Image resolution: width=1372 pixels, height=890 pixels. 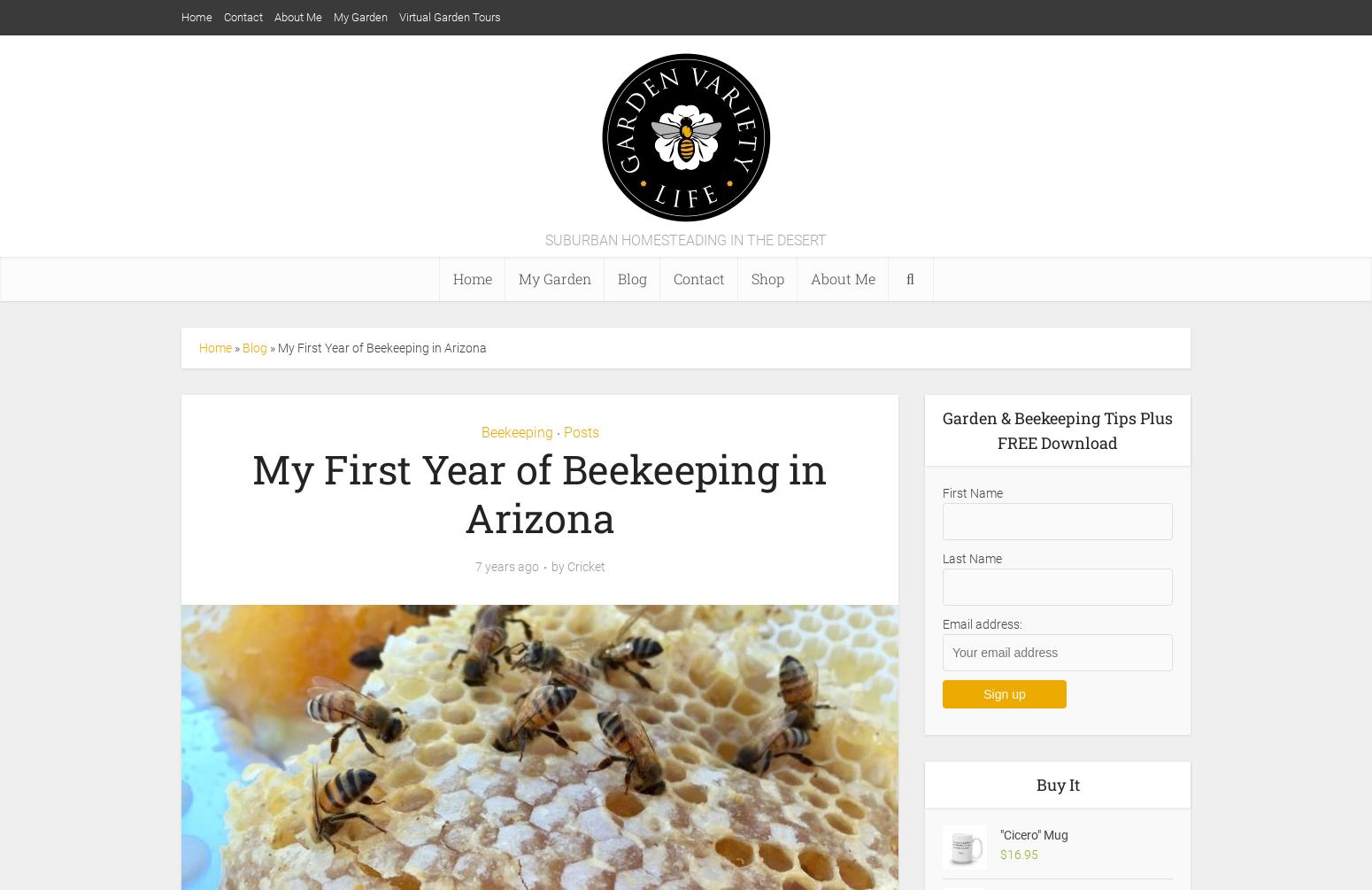 I want to click on '$', so click(x=1002, y=854).